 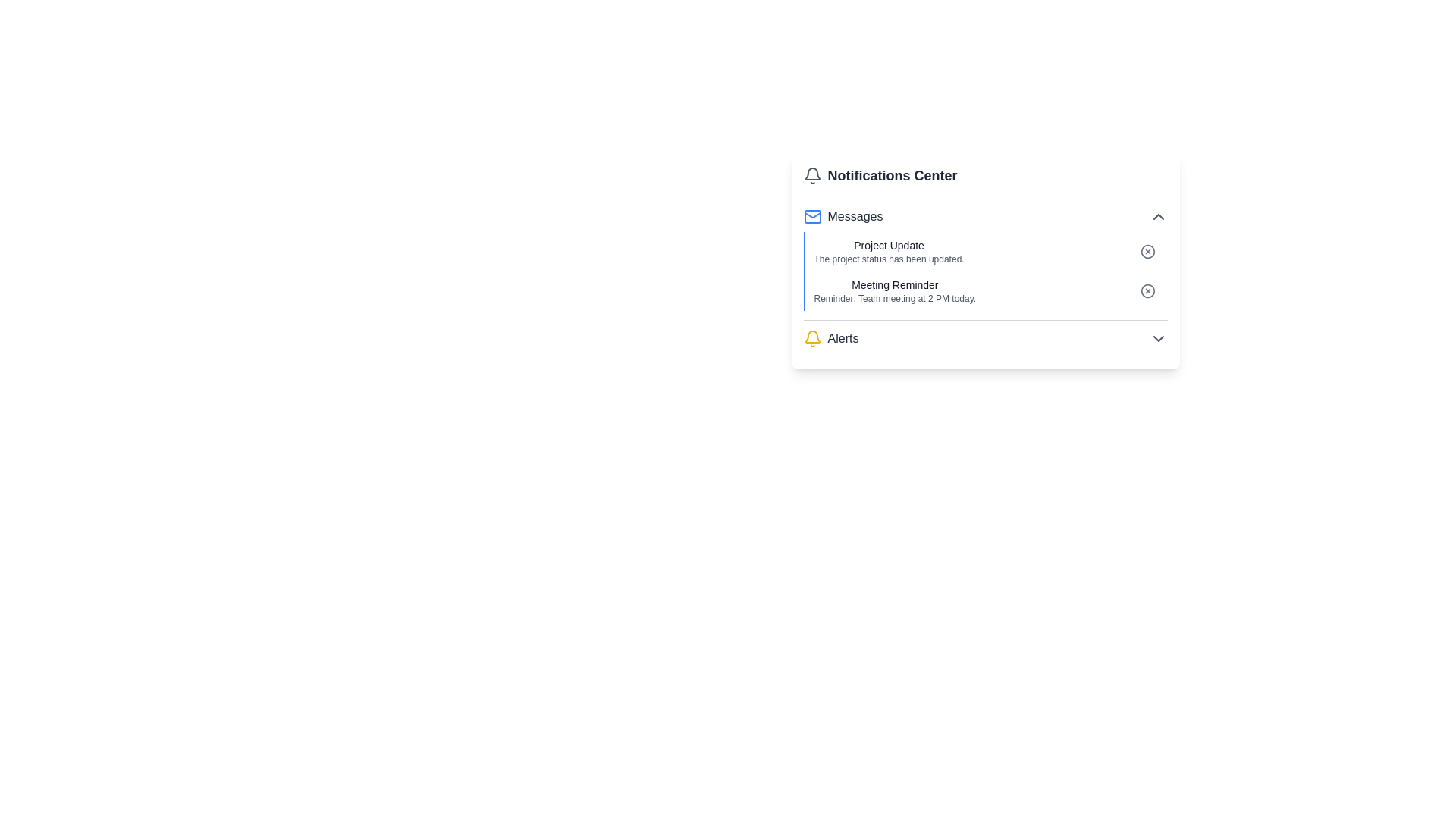 What do you see at coordinates (830, 338) in the screenshot?
I see `the Composite element with icon and text located at the bottom of the notification center panel` at bounding box center [830, 338].